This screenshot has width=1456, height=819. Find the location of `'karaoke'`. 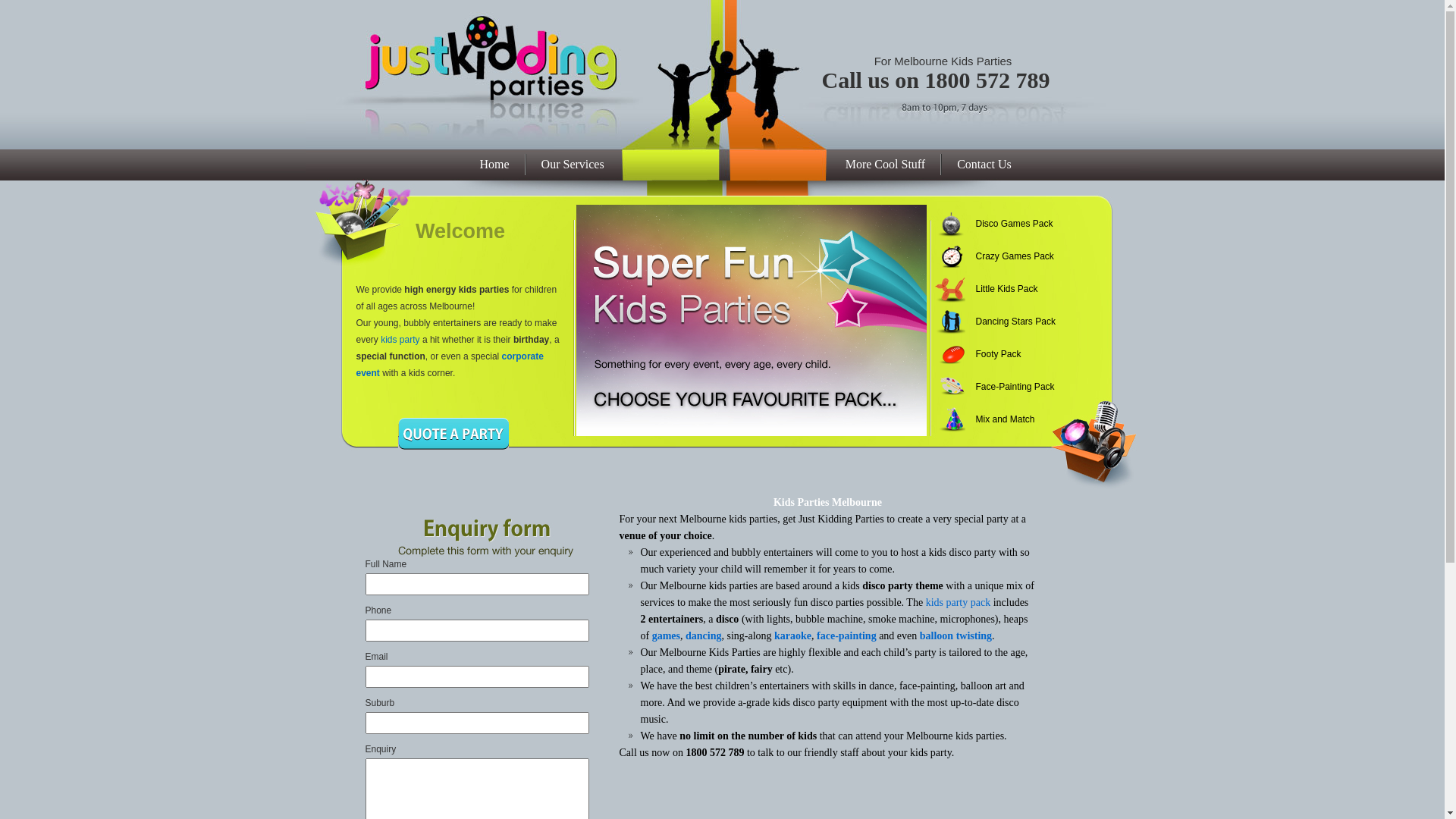

'karaoke' is located at coordinates (792, 635).